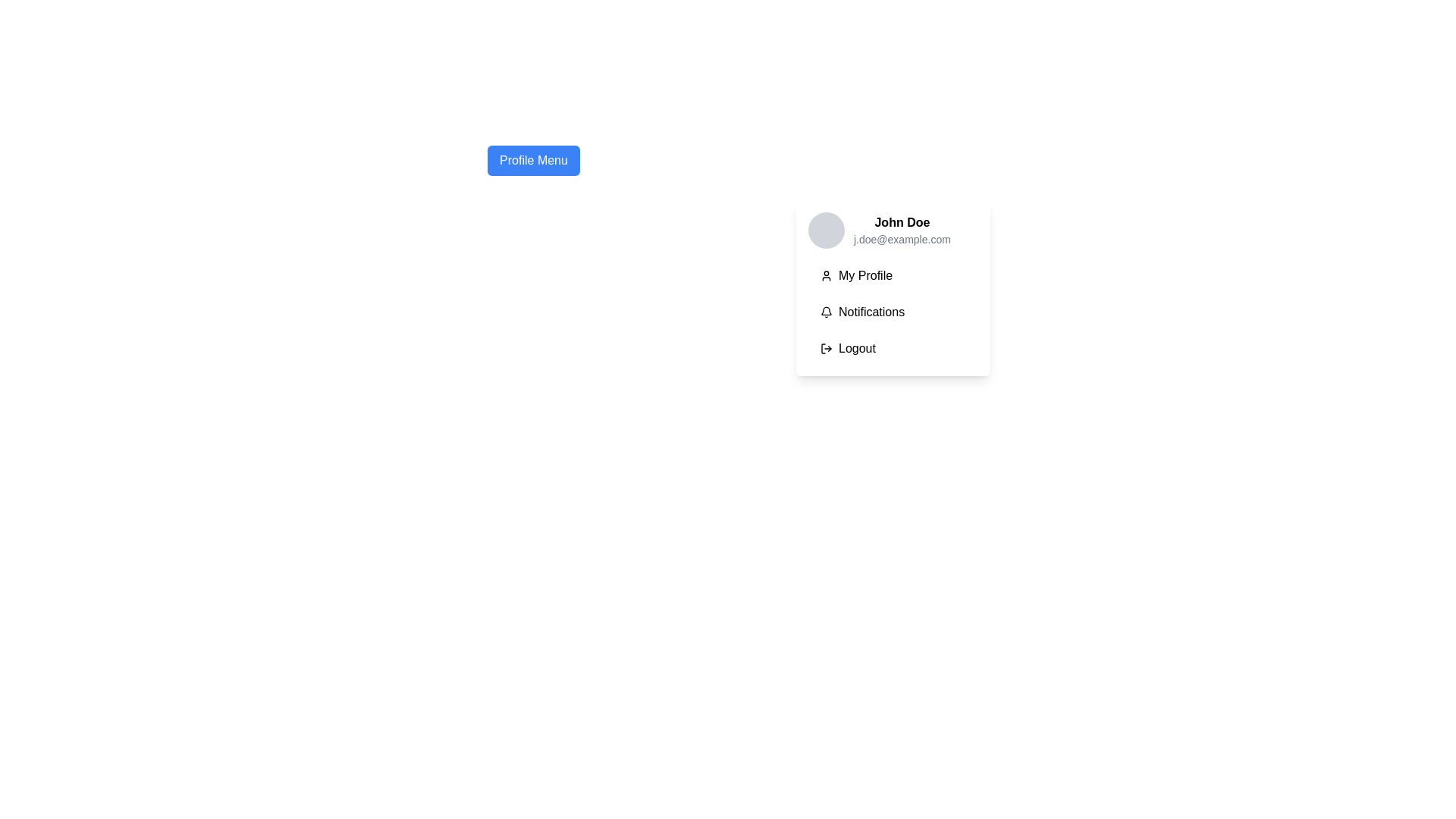  Describe the element at coordinates (893, 288) in the screenshot. I see `the first button in the dropdown menu directly below the user profile section` at that location.